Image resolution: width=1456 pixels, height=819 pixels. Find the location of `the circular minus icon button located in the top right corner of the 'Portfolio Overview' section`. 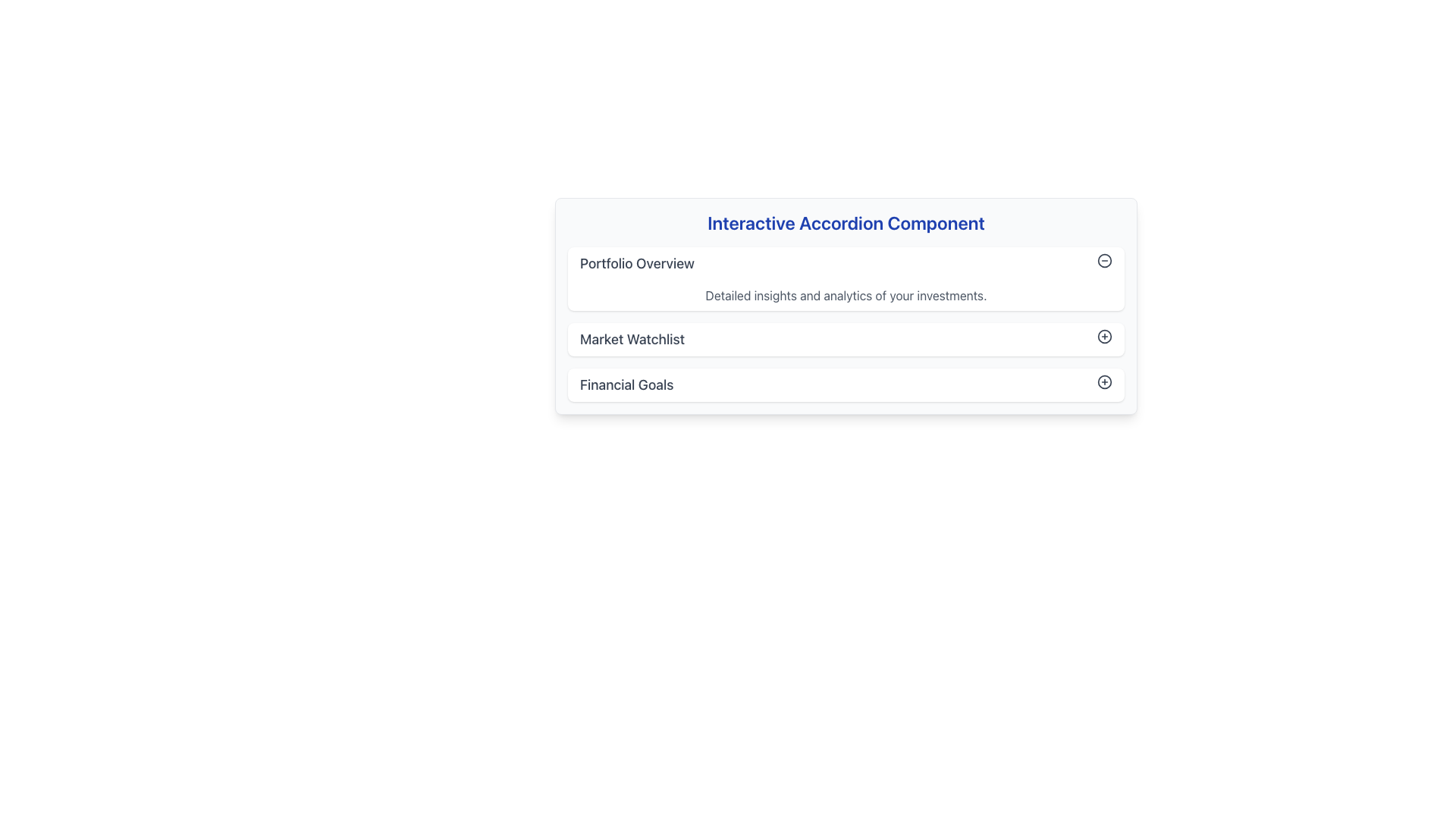

the circular minus icon button located in the top right corner of the 'Portfolio Overview' section is located at coordinates (1105, 259).